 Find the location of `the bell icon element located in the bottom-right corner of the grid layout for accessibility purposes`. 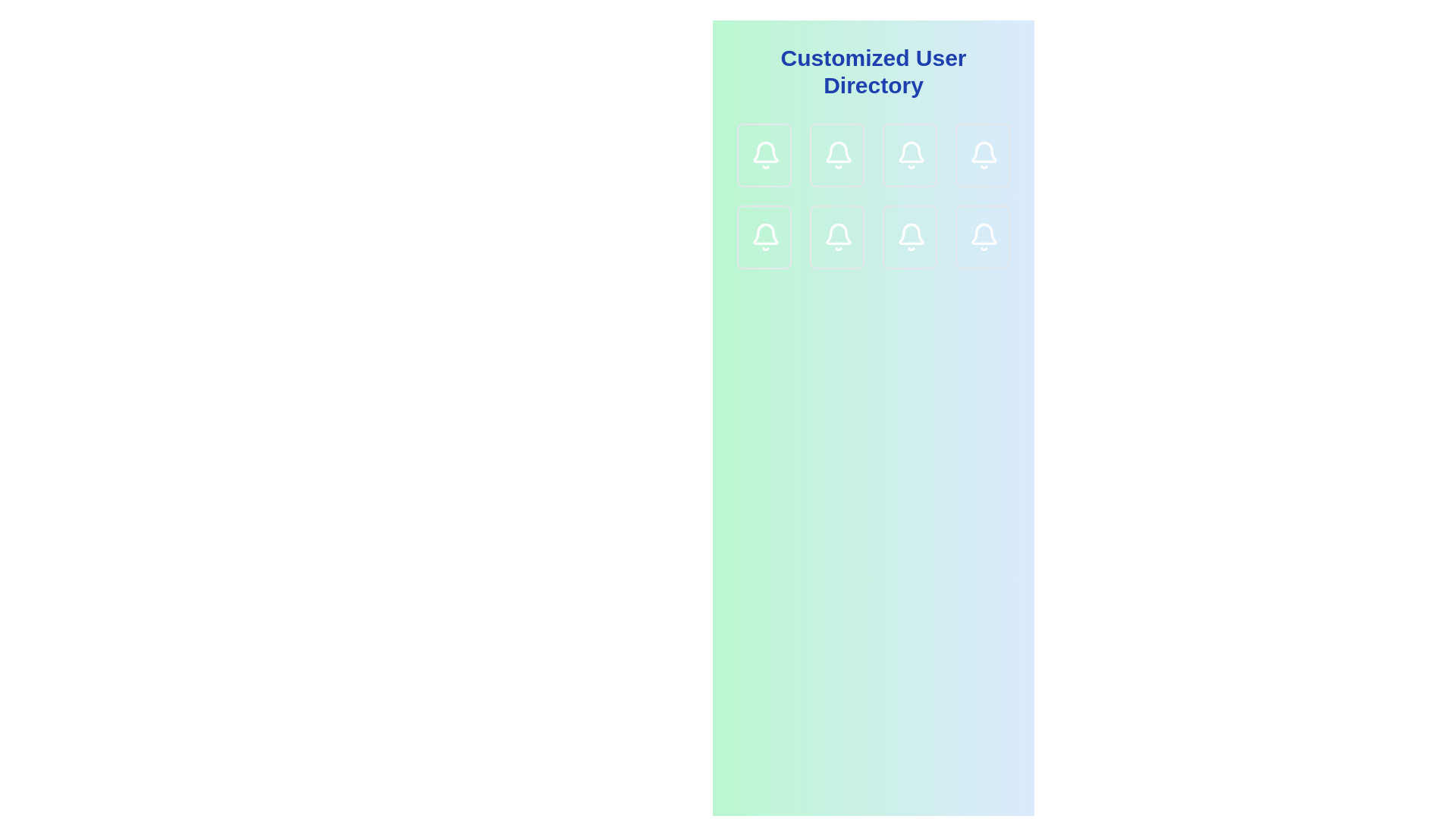

the bell icon element located in the bottom-right corner of the grid layout for accessibility purposes is located at coordinates (984, 237).